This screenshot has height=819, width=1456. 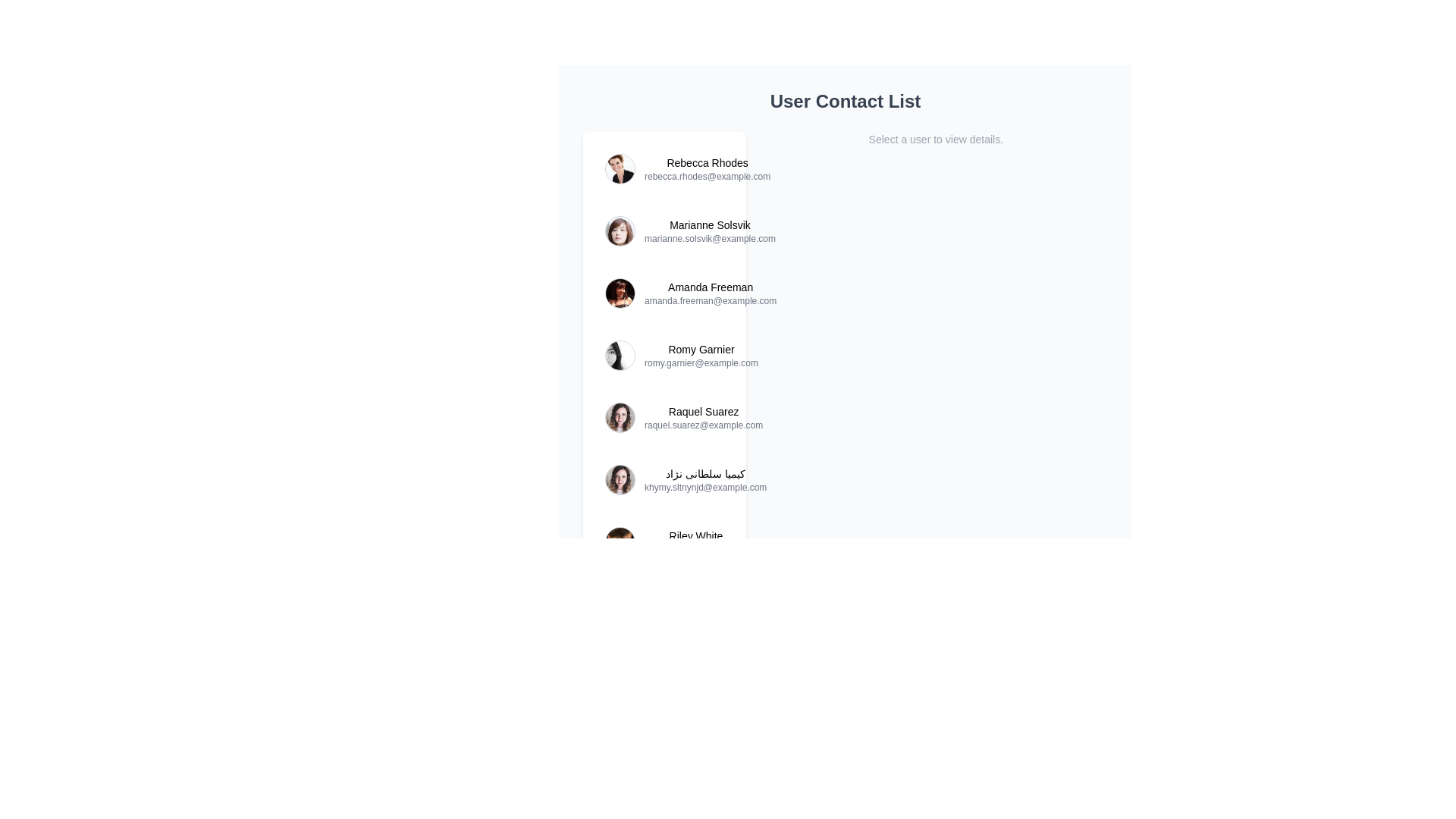 What do you see at coordinates (701, 362) in the screenshot?
I see `text value of the static email address label located beneath the user's name 'Romy Garnier' in the contact interface` at bounding box center [701, 362].